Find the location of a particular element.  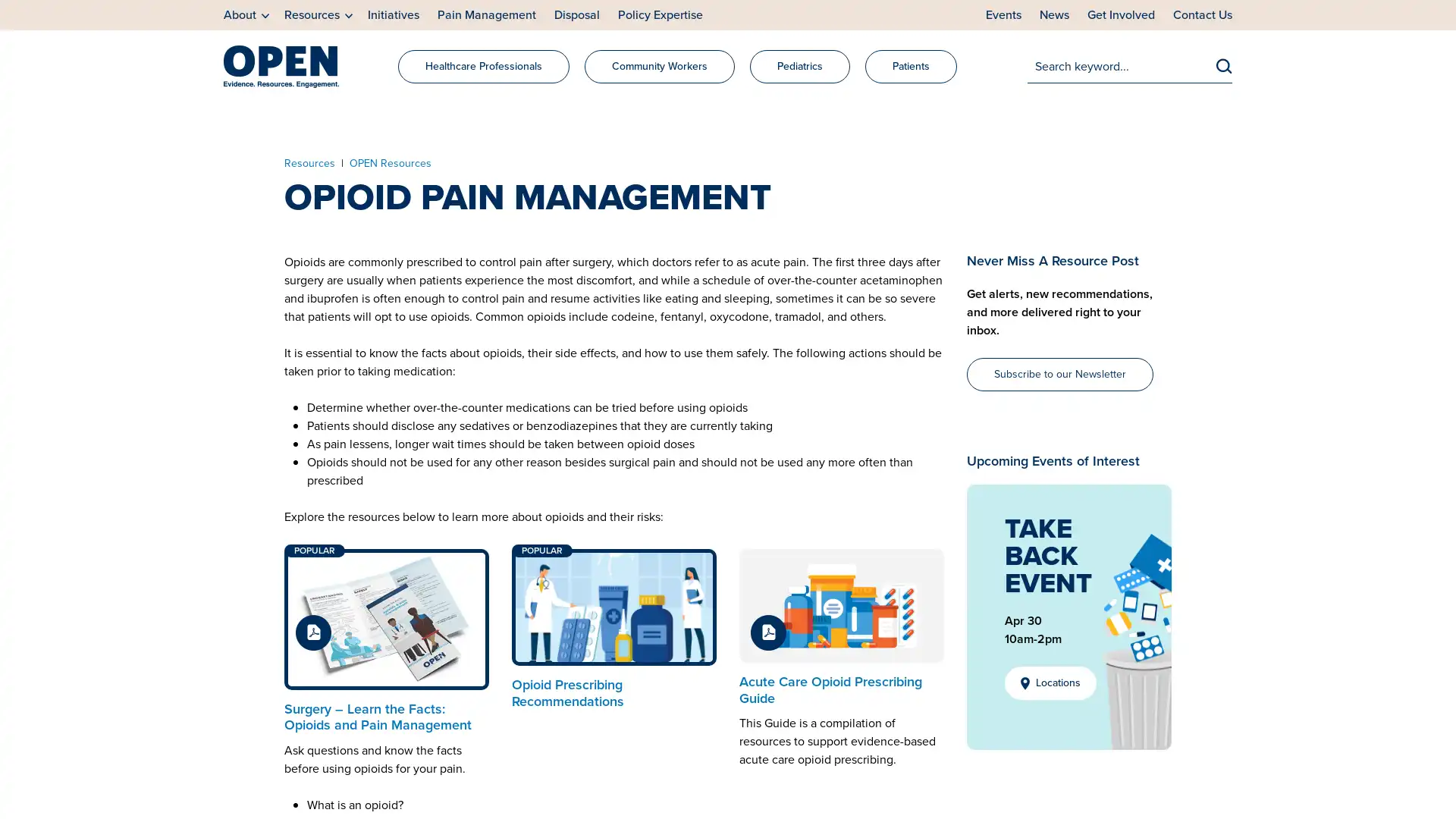

SEARCH is located at coordinates (1224, 64).